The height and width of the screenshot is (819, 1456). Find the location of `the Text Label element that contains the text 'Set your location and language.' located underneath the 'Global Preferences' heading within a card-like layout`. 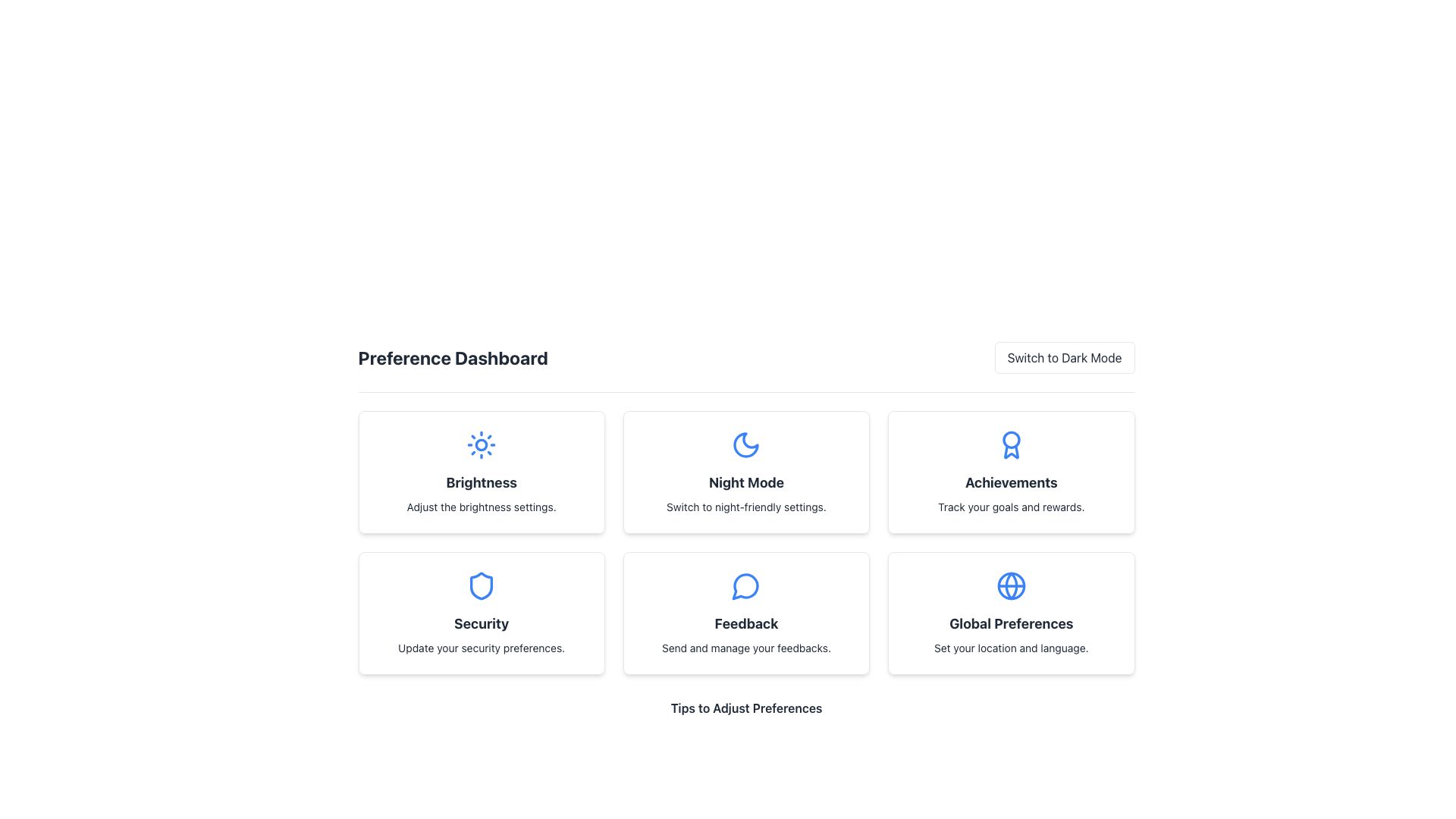

the Text Label element that contains the text 'Set your location and language.' located underneath the 'Global Preferences' heading within a card-like layout is located at coordinates (1011, 648).